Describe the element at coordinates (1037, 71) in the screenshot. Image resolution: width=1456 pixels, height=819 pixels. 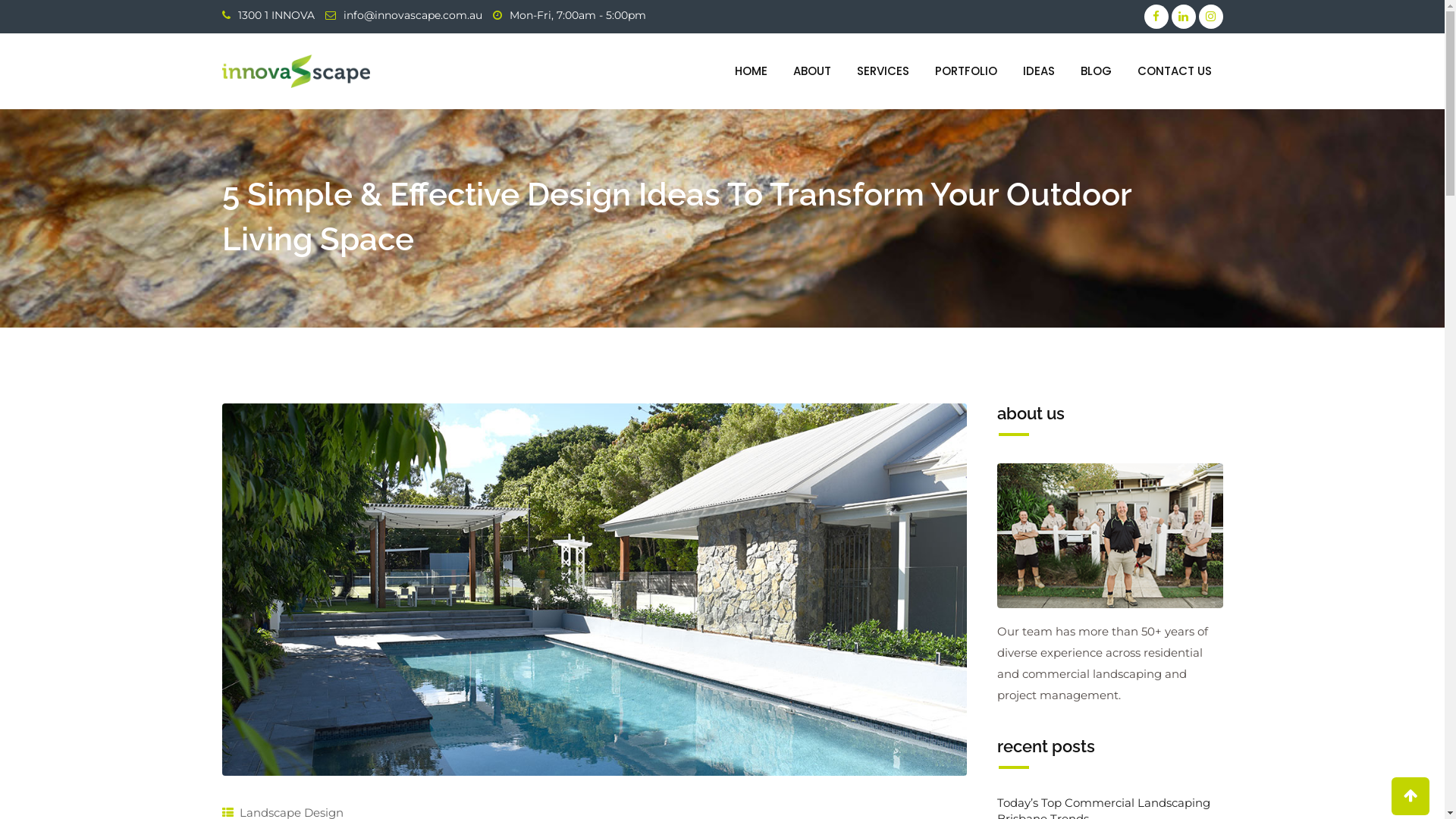
I see `'IDEAS'` at that location.